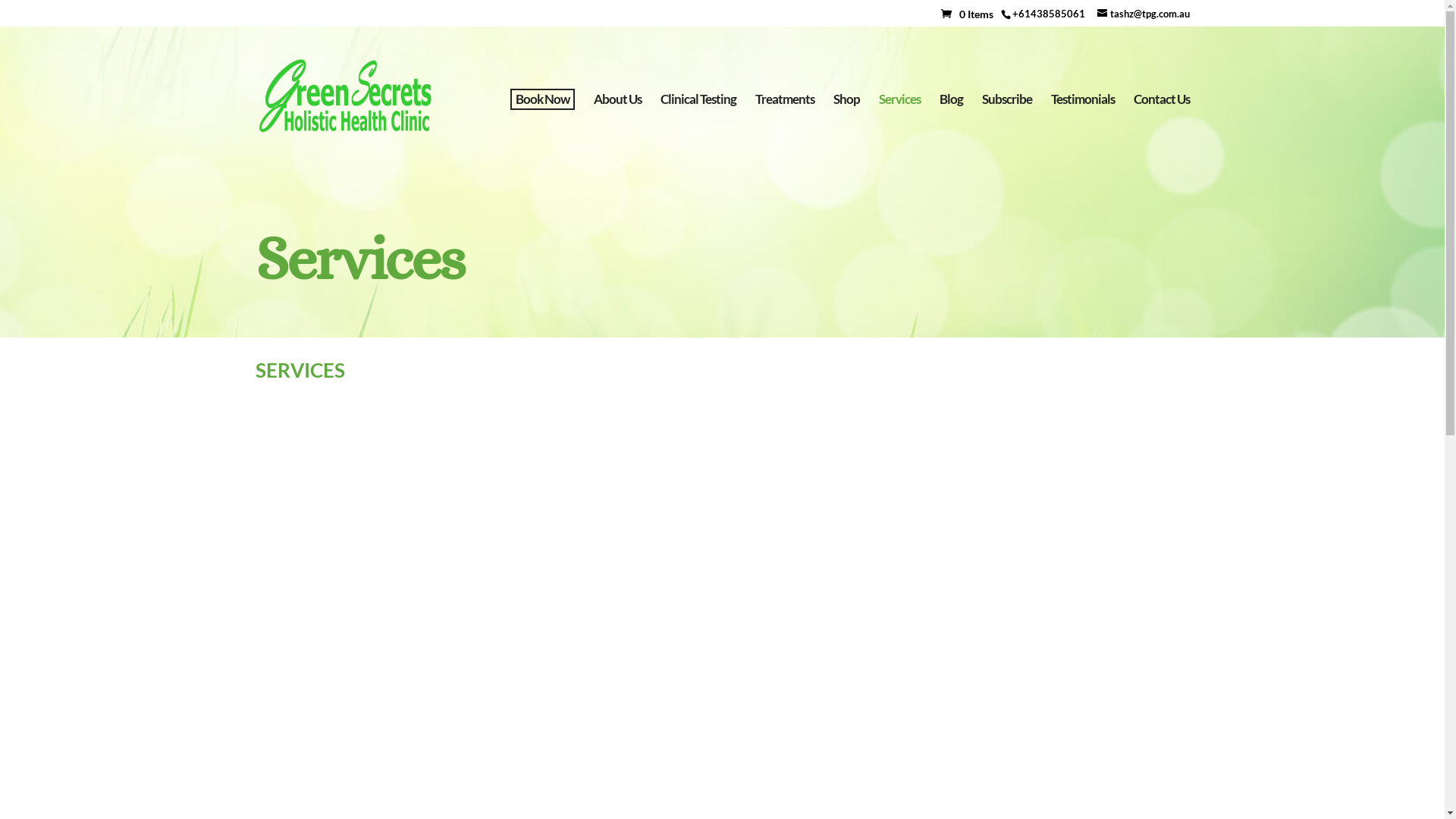  I want to click on 'Book Now', so click(541, 99).